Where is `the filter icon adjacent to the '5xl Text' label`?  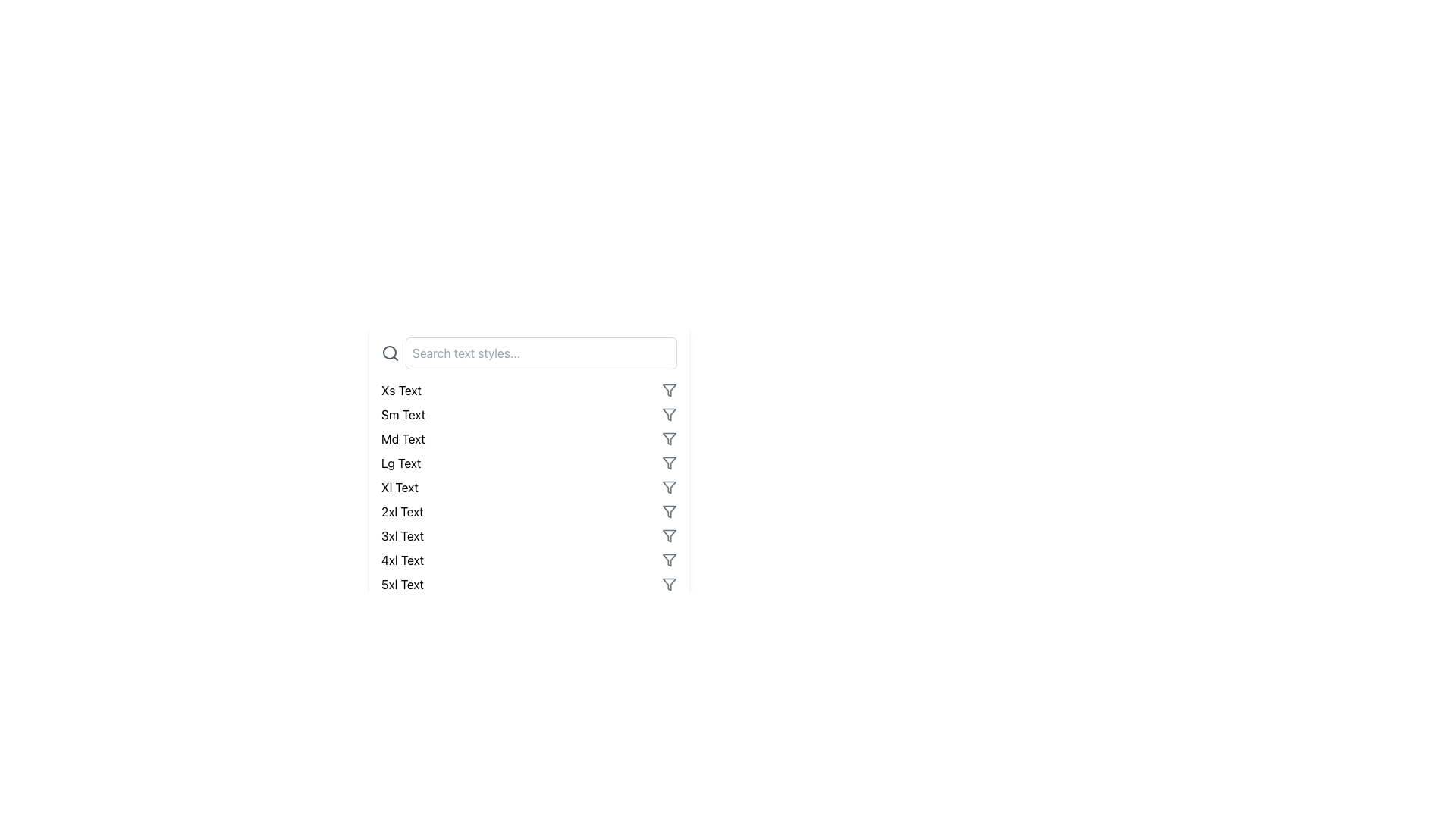 the filter icon adjacent to the '5xl Text' label is located at coordinates (669, 584).